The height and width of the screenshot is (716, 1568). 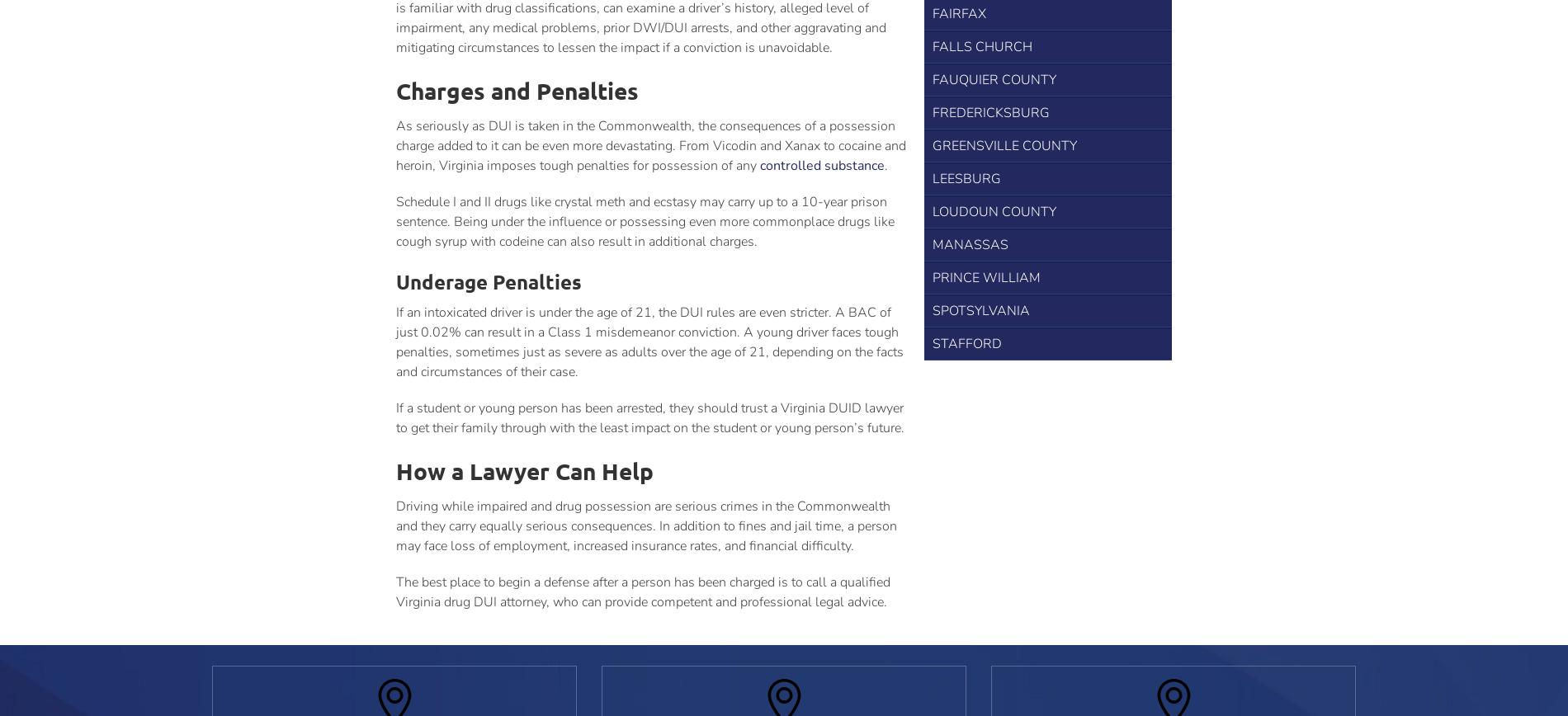 What do you see at coordinates (642, 592) in the screenshot?
I see `'The best place to begin a defense after a person has been charged is to call a qualified Virginia drug DUI attorney, who can provide competent and professional legal advice.'` at bounding box center [642, 592].